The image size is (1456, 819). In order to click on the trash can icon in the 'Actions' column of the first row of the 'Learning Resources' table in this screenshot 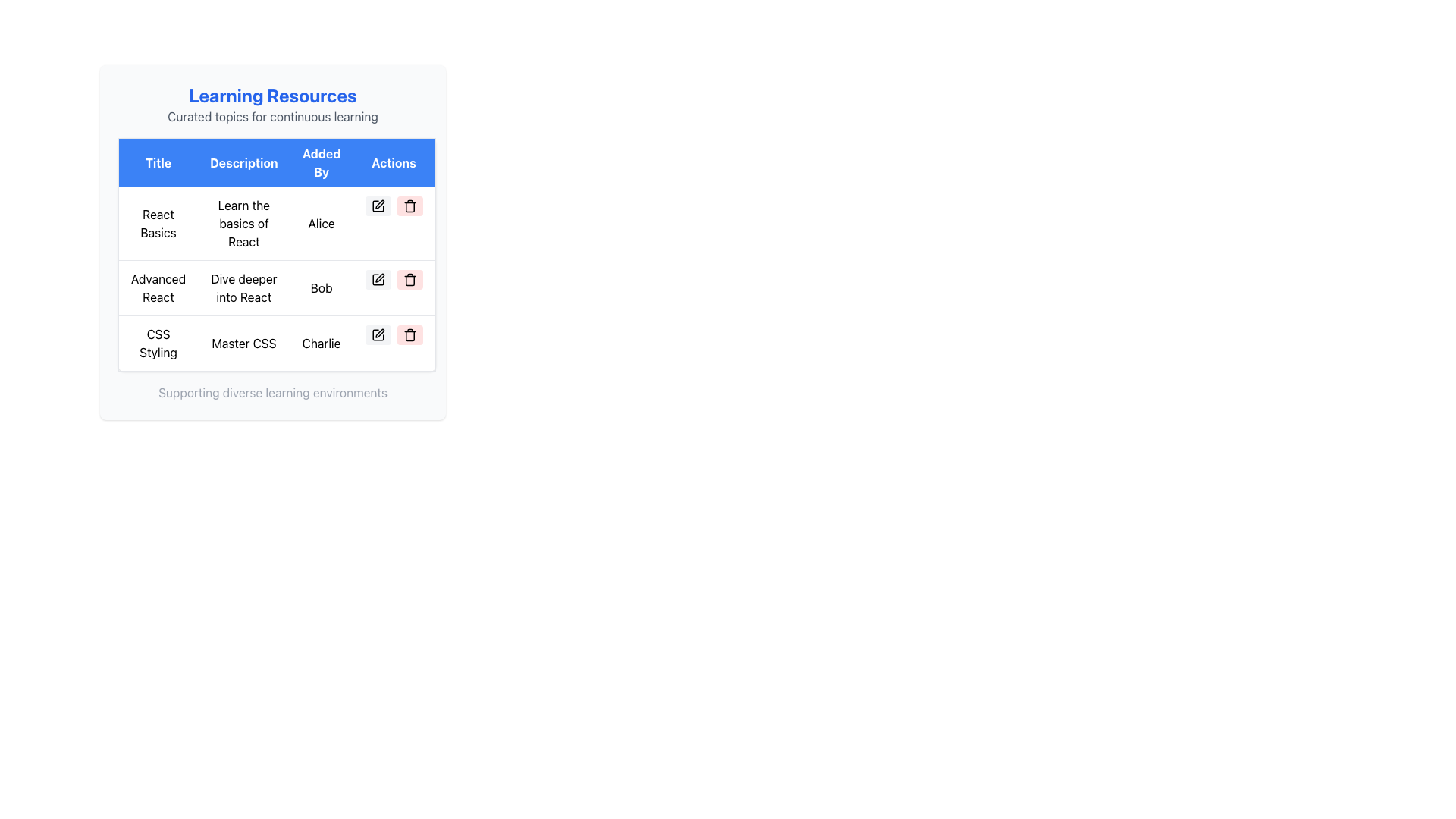, I will do `click(409, 206)`.